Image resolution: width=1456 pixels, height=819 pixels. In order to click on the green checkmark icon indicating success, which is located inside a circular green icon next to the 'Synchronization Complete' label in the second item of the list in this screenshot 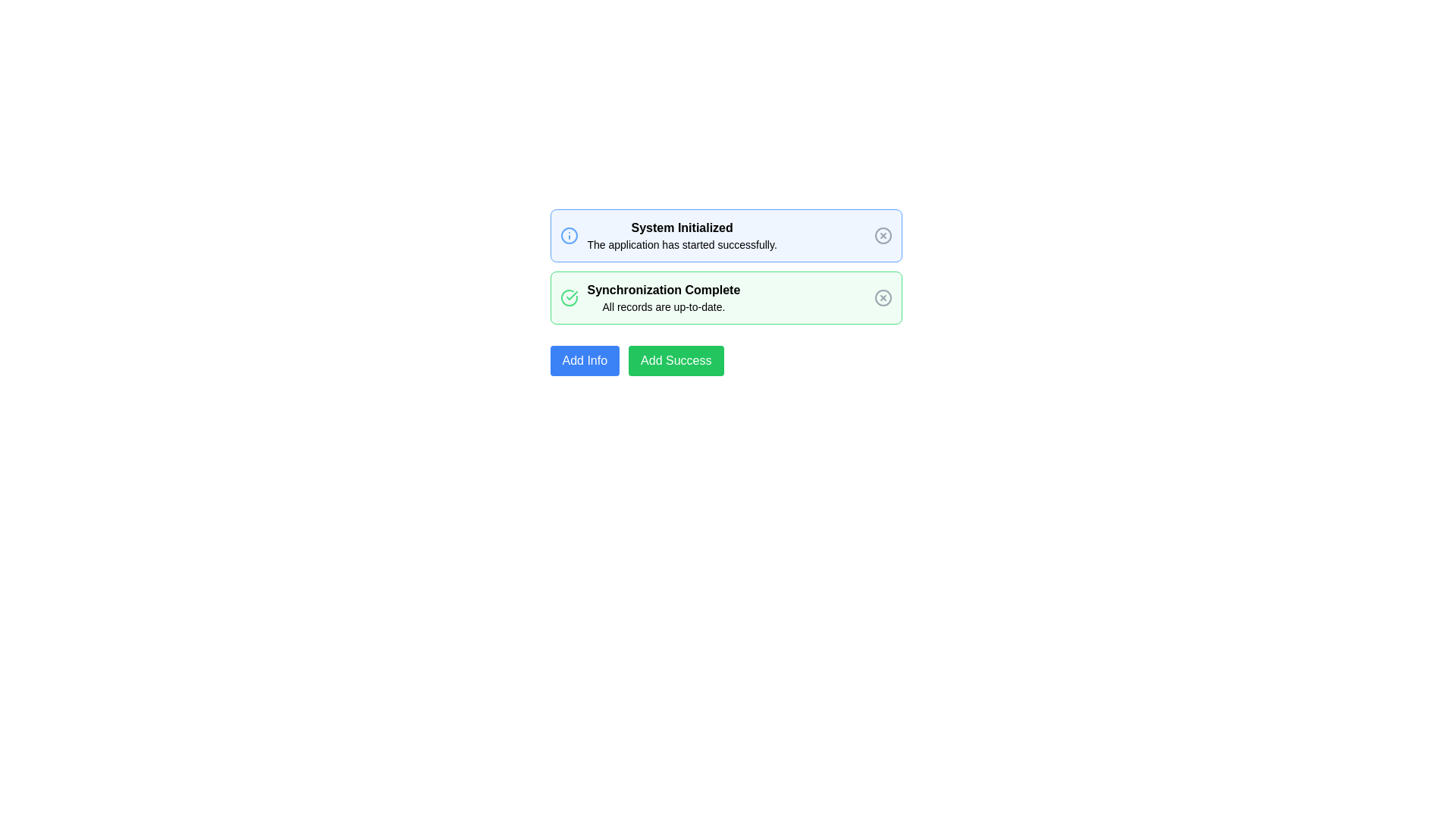, I will do `click(570, 295)`.